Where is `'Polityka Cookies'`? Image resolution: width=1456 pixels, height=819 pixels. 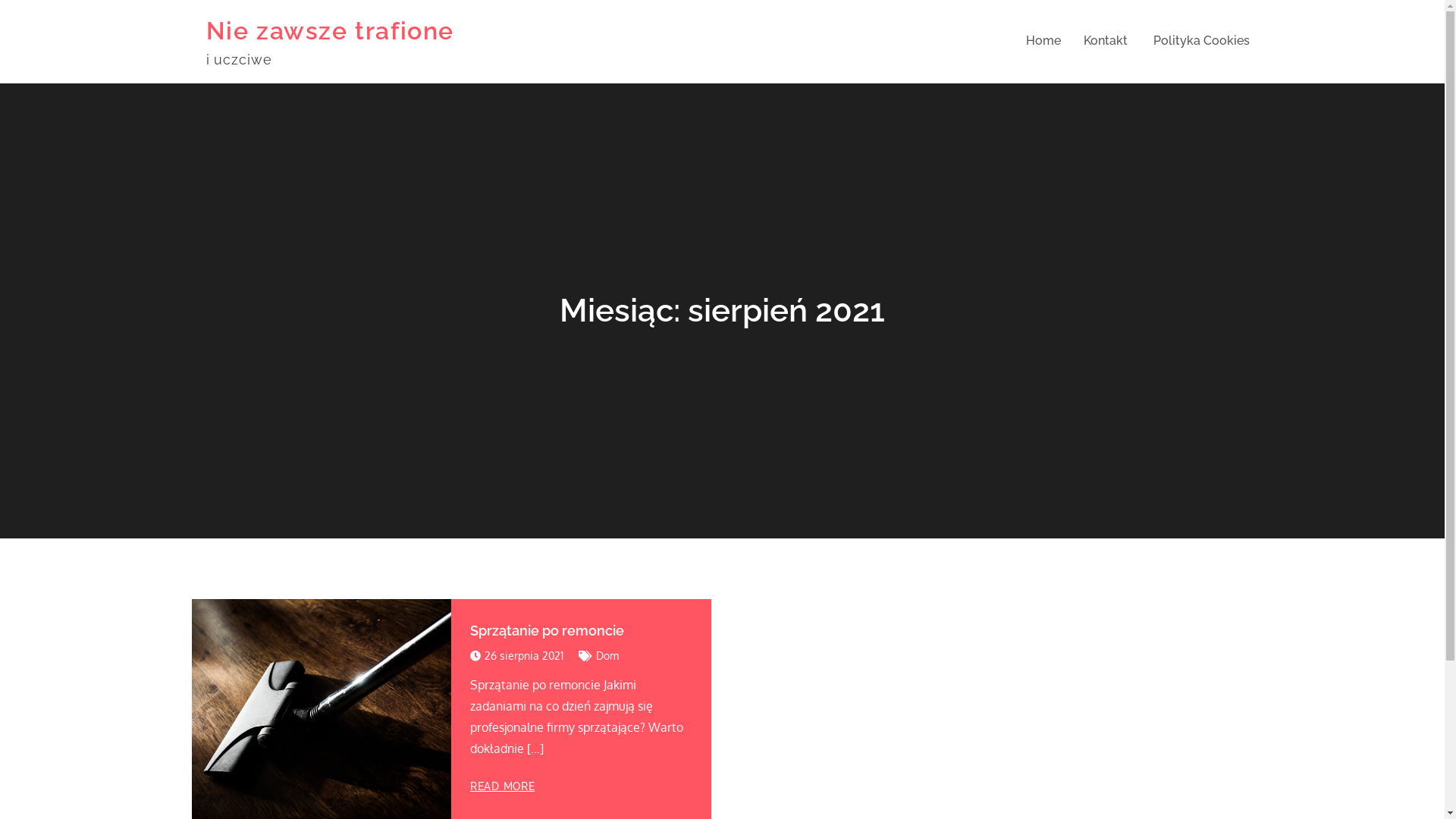 'Polityka Cookies' is located at coordinates (1200, 40).